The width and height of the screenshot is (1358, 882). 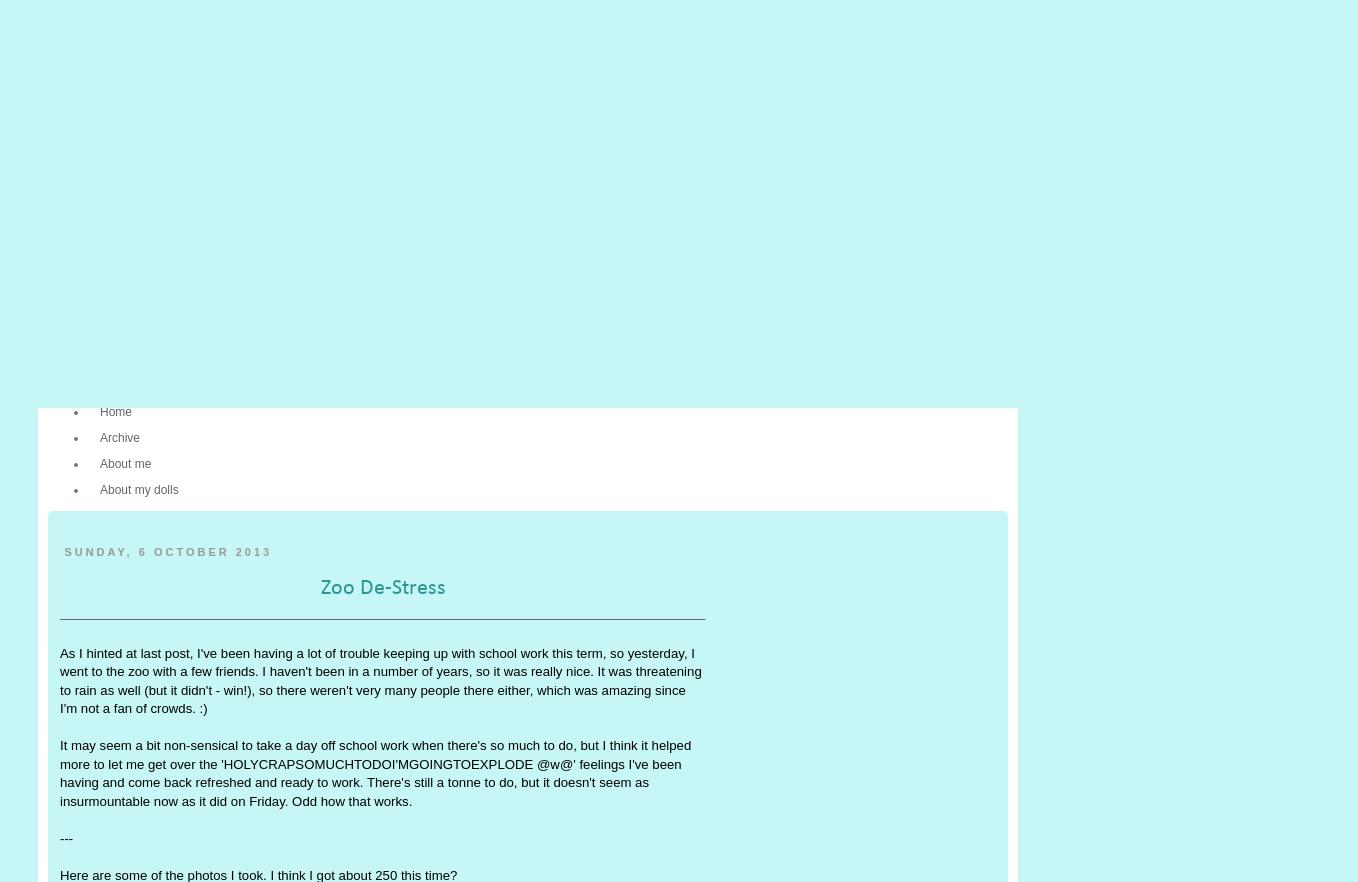 What do you see at coordinates (375, 772) in the screenshot?
I see `'It may seem a bit non-sensical to take a day off school work when there's so much to do, but I think it helped more to let me get over the 'HOLYCRAPSOMUCHTODOI'MGOINGTOEXPLODE @w@' feelings I've been having and come back refreshed and ready to work. There's still a tonne to do, but it doesn't seem as insurmountable now as it did on Friday. Odd how that works.'` at bounding box center [375, 772].